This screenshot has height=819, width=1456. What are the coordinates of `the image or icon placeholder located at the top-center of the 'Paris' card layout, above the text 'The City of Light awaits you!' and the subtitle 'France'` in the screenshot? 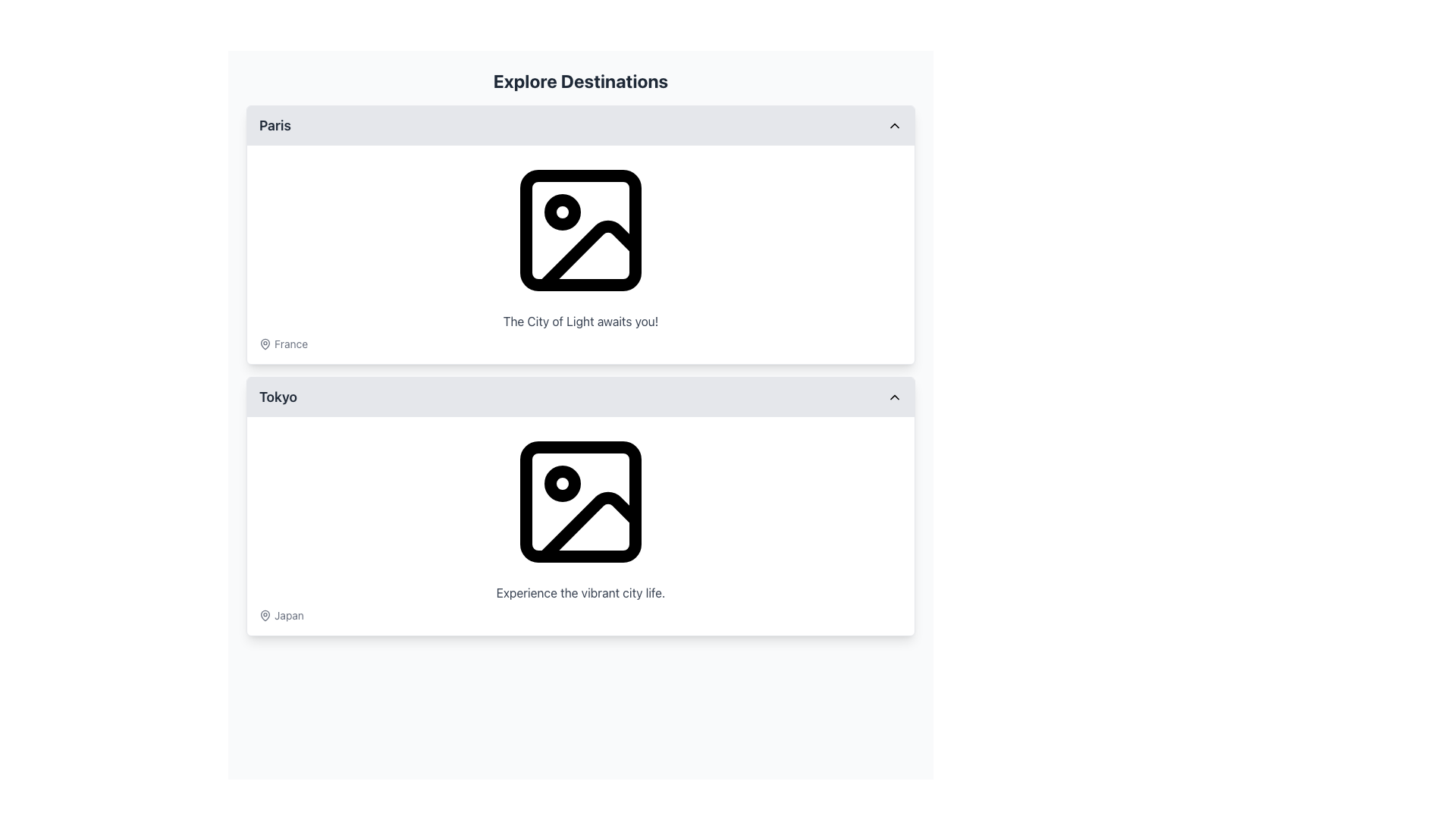 It's located at (580, 231).